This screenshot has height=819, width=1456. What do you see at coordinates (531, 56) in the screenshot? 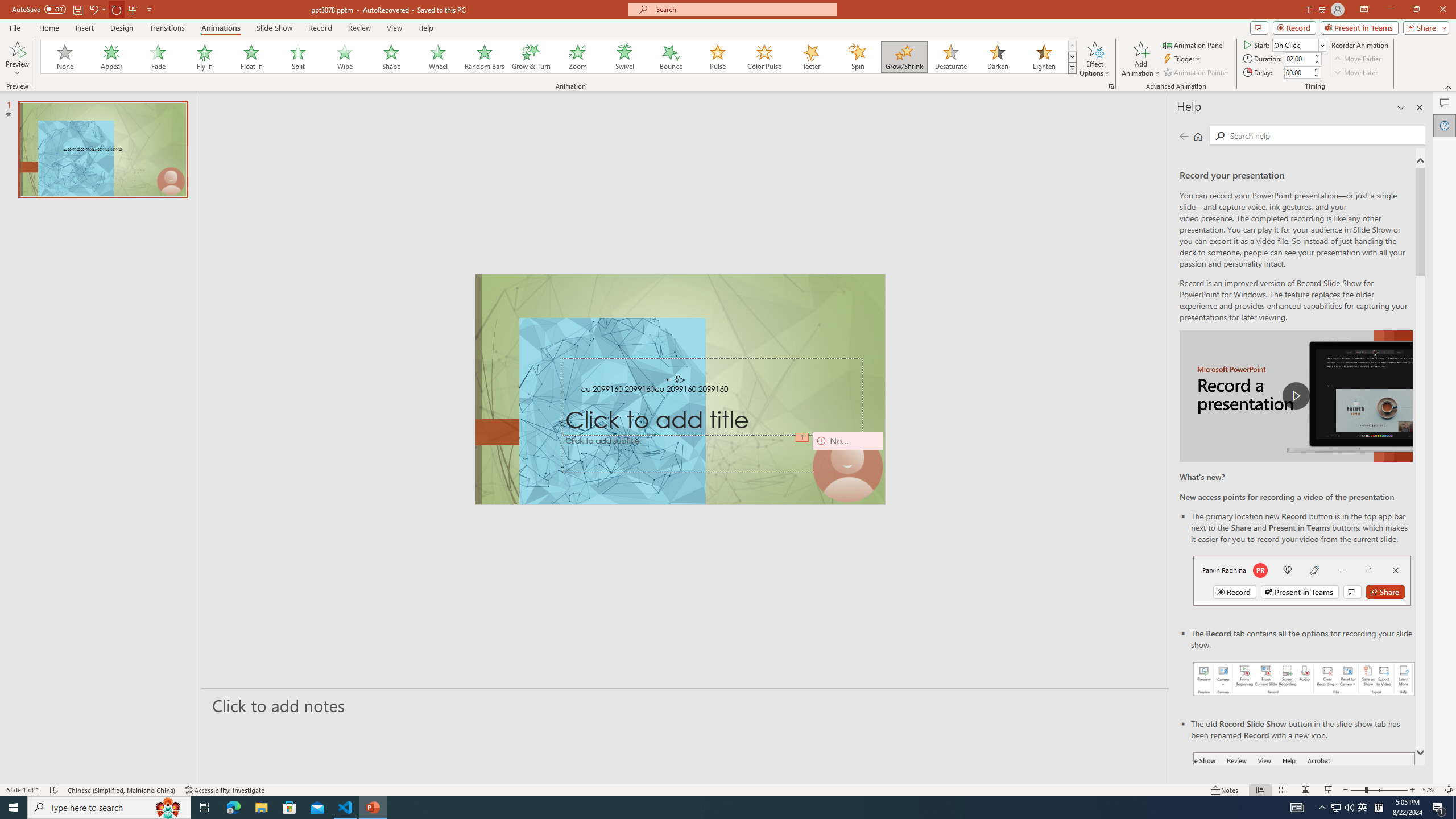
I see `'Grow & Turn'` at bounding box center [531, 56].